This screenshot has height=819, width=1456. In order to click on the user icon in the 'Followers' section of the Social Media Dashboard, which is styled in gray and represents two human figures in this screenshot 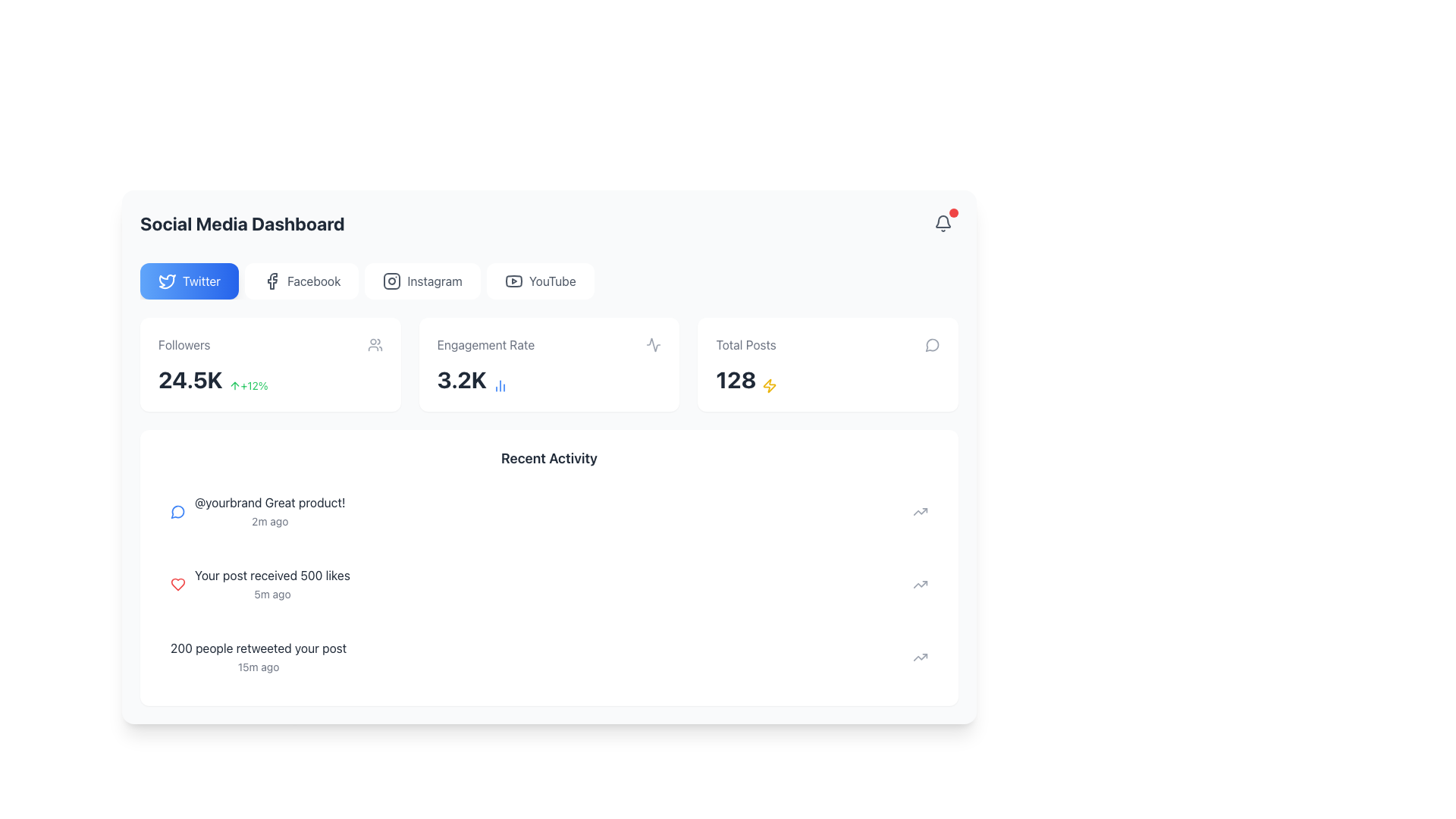, I will do `click(375, 345)`.